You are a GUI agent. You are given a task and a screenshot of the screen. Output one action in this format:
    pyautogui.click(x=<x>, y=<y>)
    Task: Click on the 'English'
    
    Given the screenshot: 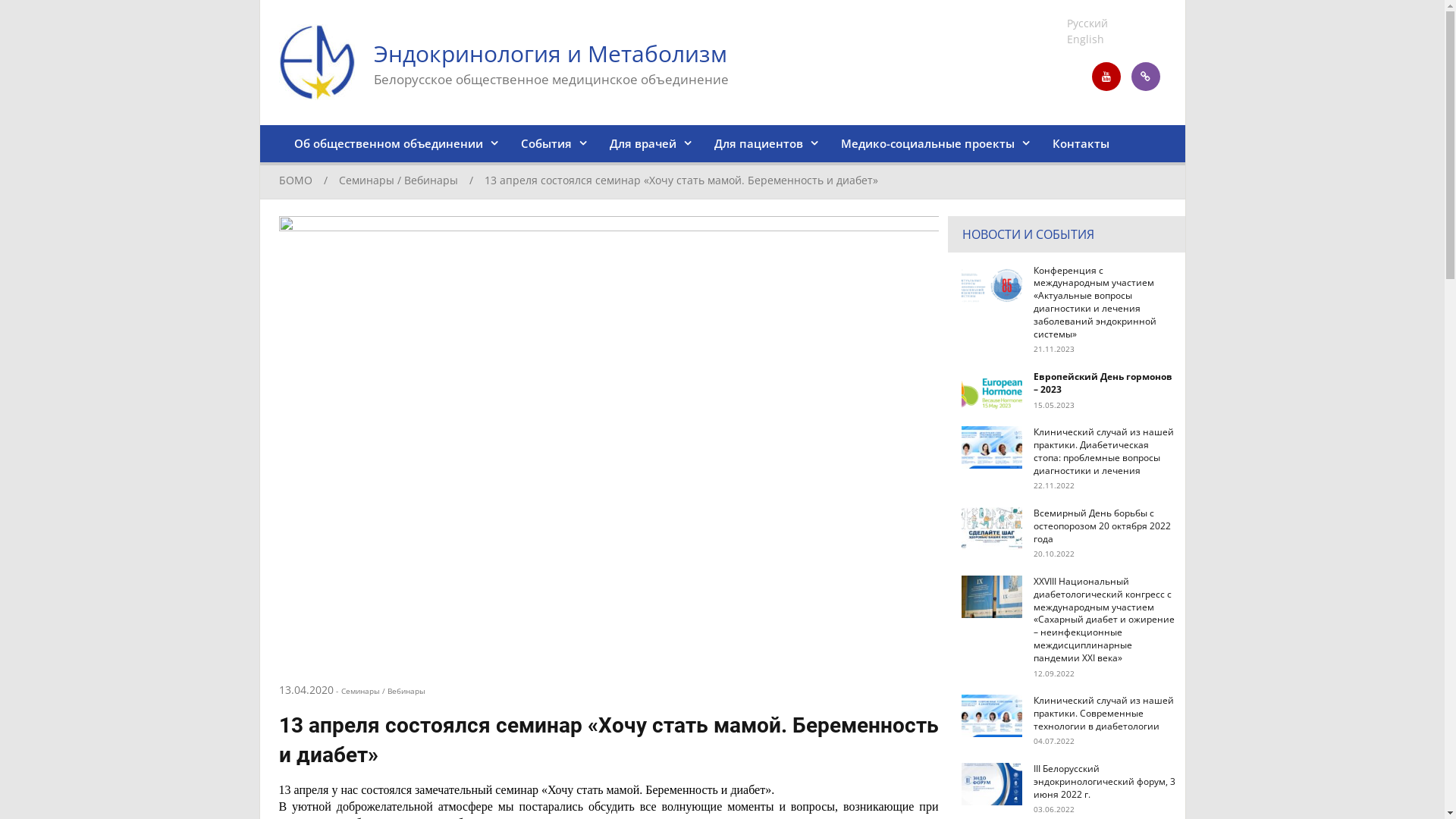 What is the action you would take?
    pyautogui.click(x=1084, y=38)
    